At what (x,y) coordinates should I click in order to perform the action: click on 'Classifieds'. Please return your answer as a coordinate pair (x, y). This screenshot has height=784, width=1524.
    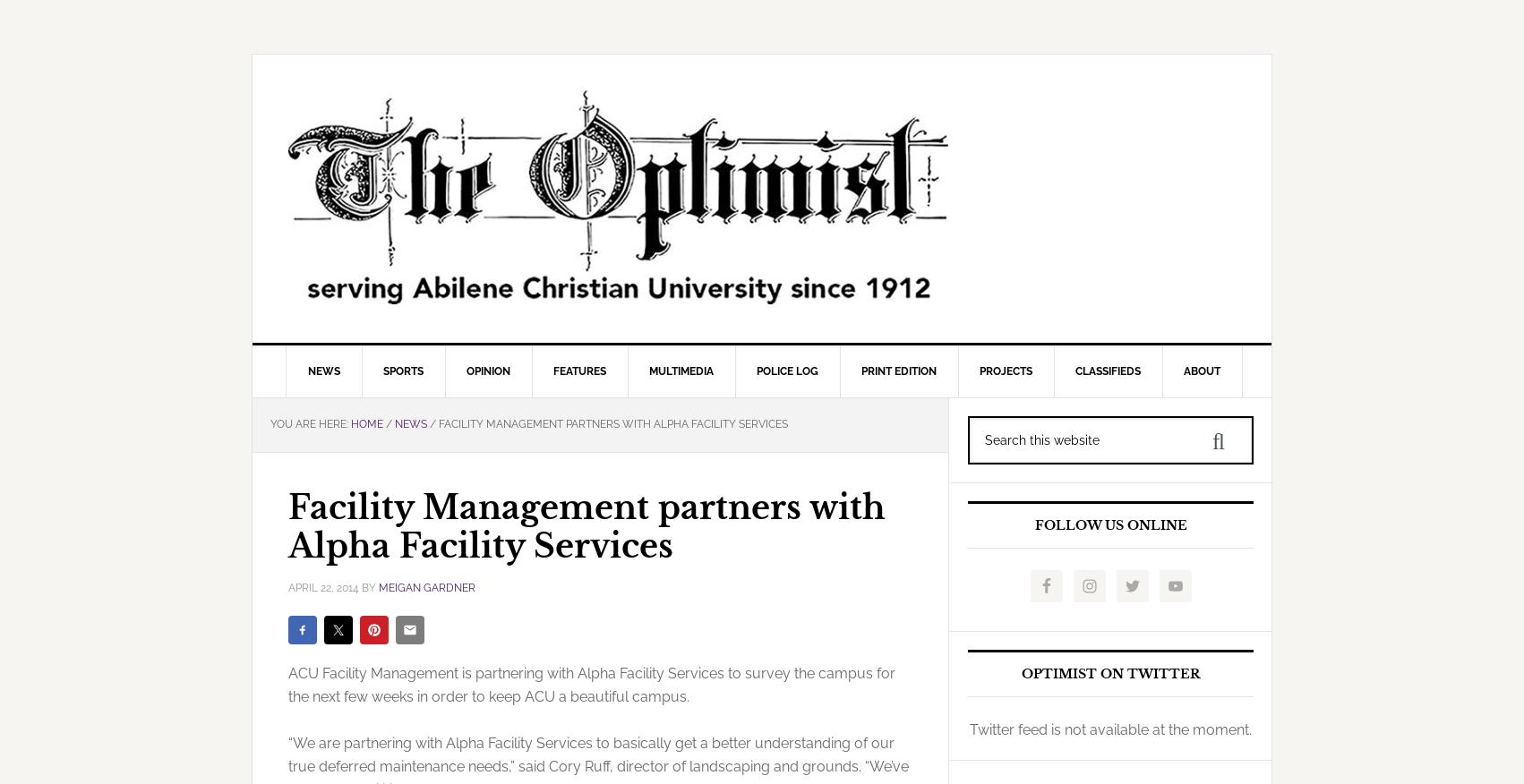
    Looking at the image, I should click on (1107, 371).